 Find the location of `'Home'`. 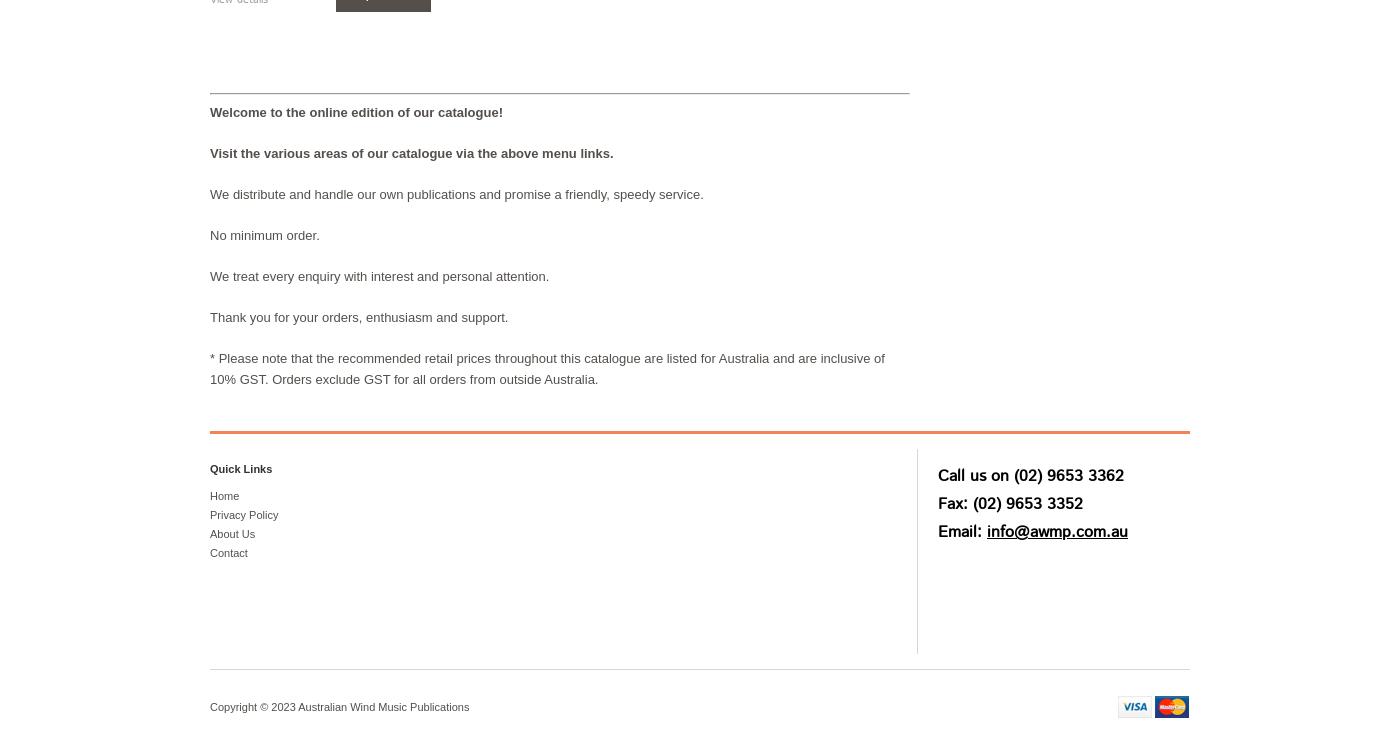

'Home' is located at coordinates (224, 495).